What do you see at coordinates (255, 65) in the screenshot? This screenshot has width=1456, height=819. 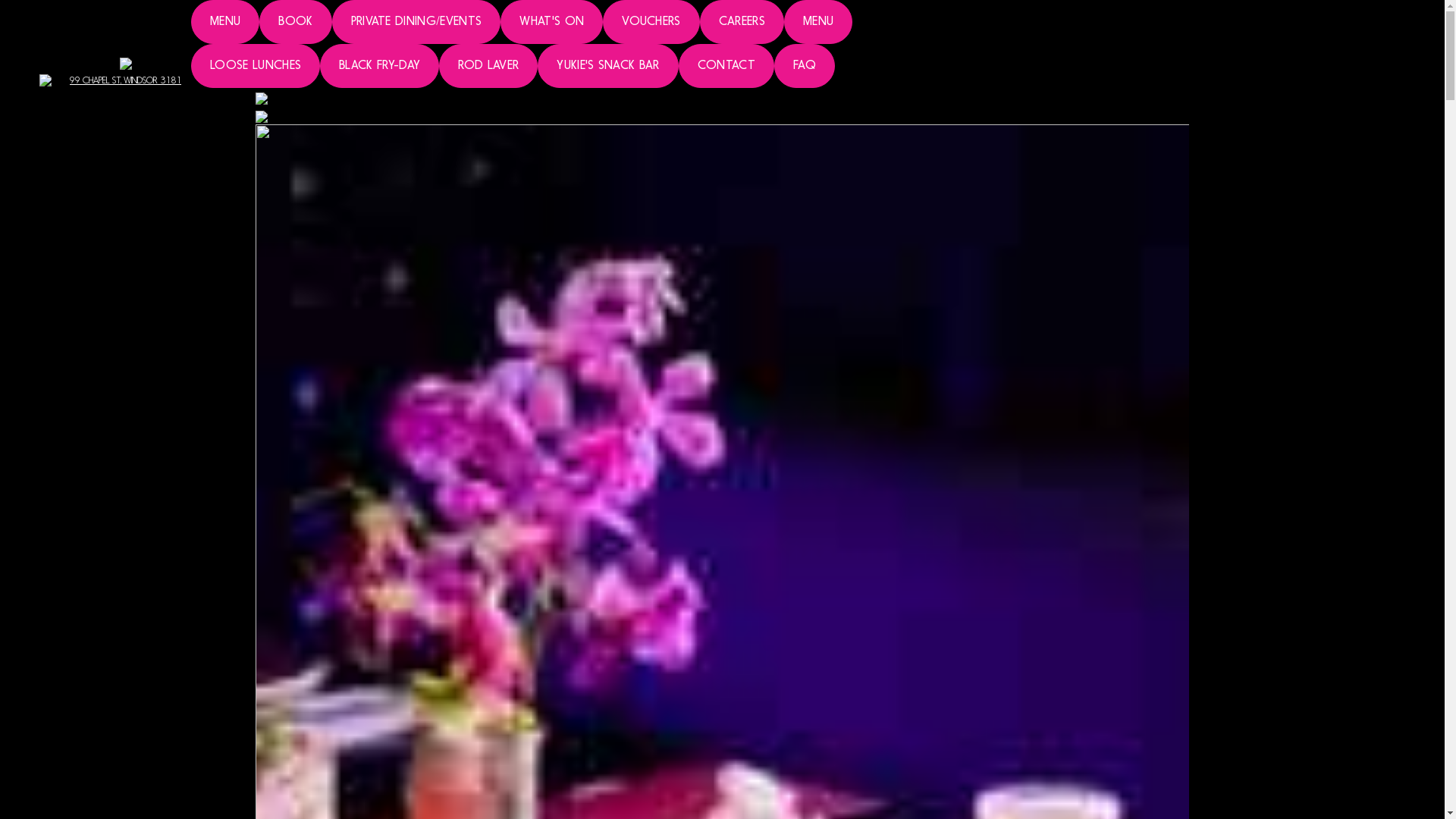 I see `'LOOSE LUNCHES'` at bounding box center [255, 65].